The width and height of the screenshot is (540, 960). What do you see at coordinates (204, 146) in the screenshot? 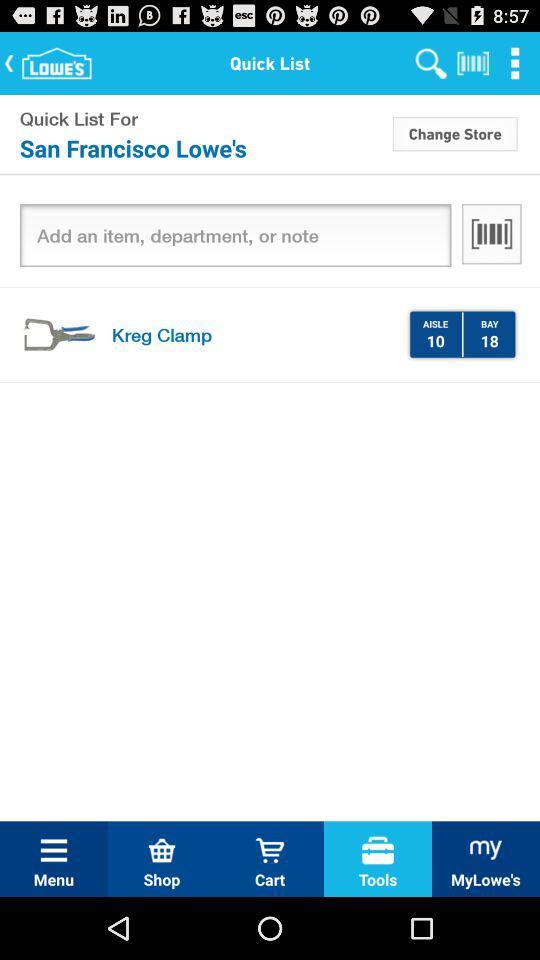
I see `san francisco lowe icon` at bounding box center [204, 146].